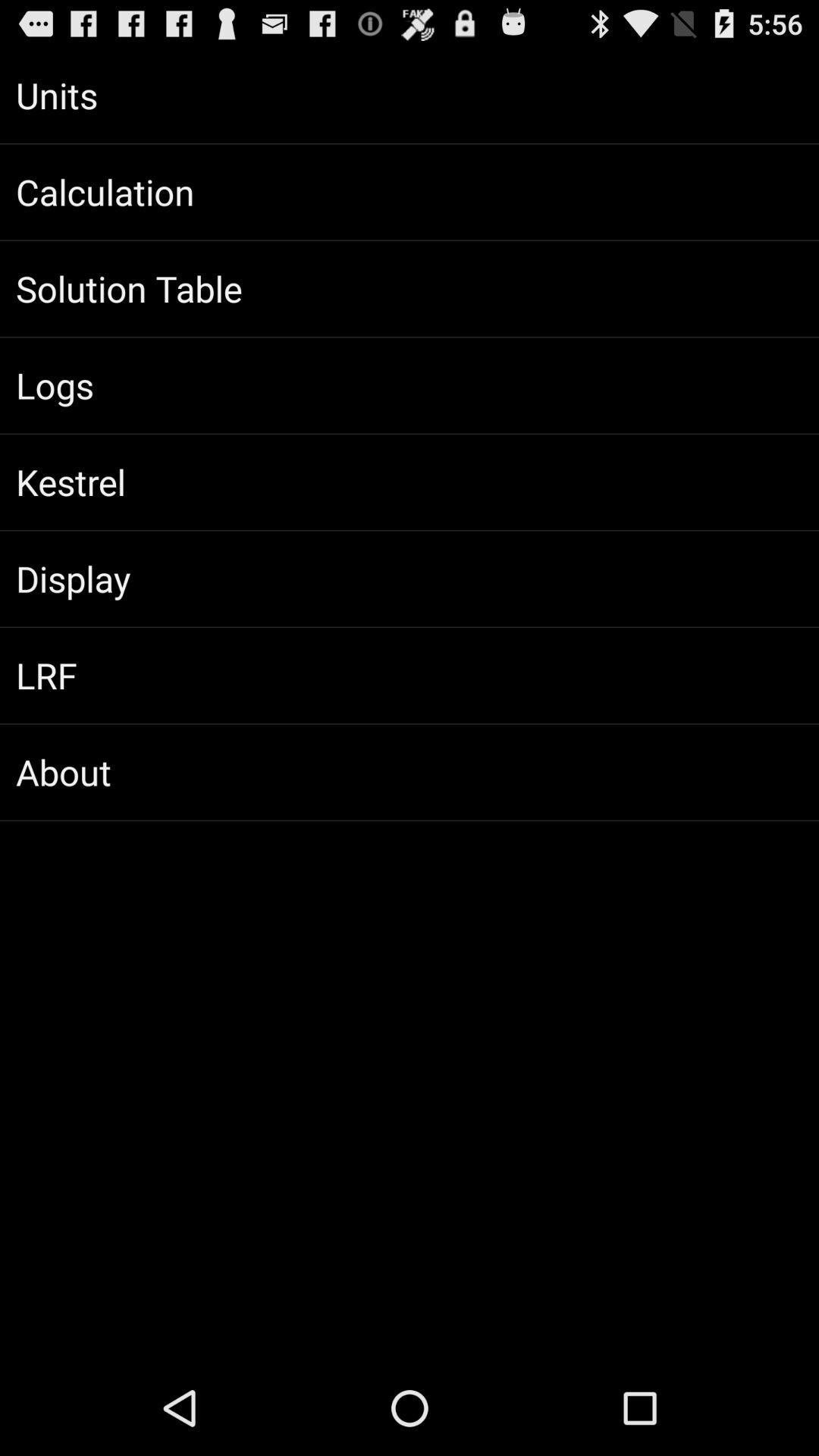  What do you see at coordinates (409, 288) in the screenshot?
I see `the item above logs item` at bounding box center [409, 288].